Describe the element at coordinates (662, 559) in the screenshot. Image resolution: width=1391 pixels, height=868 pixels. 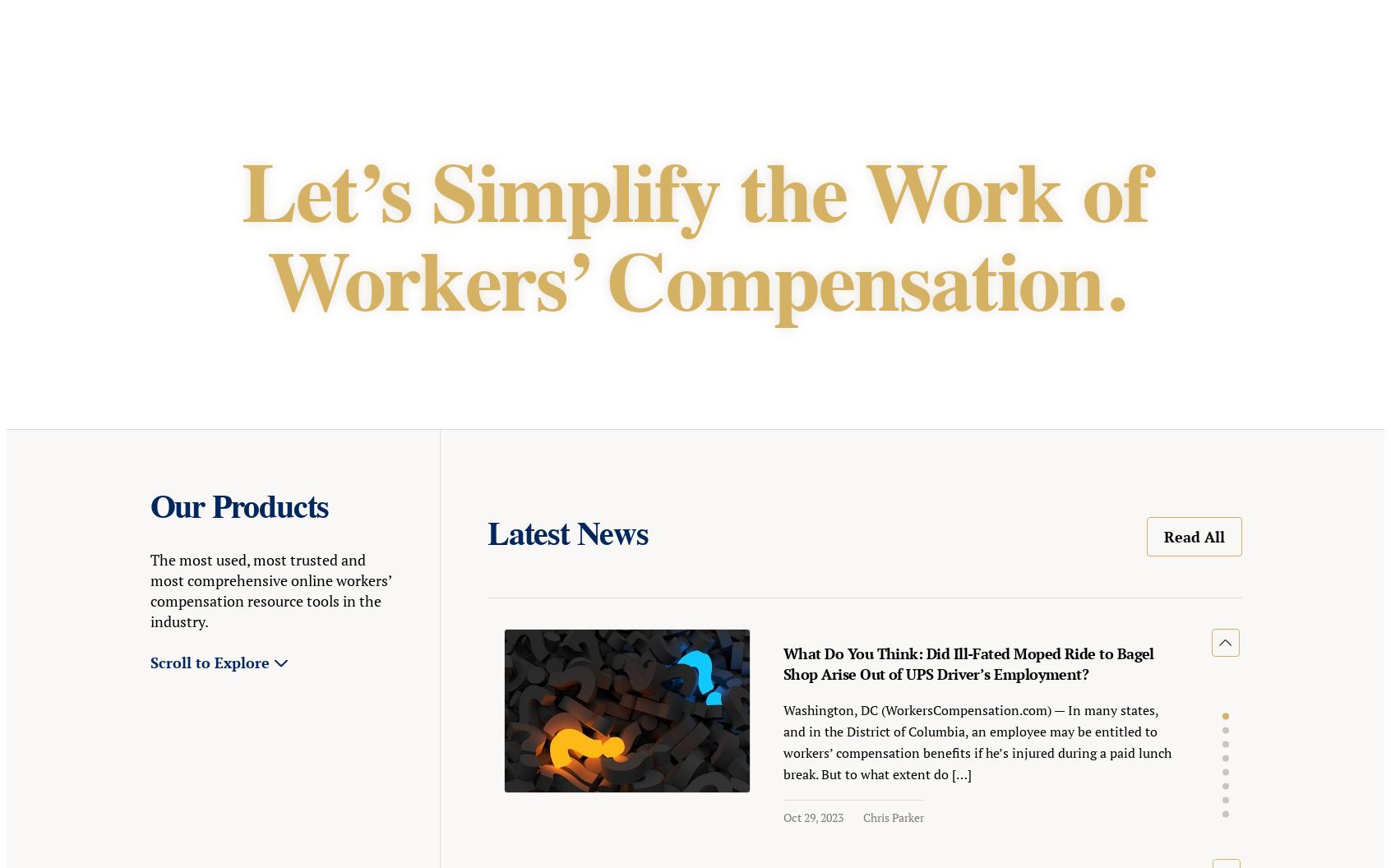
I see `'Oct 10, 2023 - Oct 10, 2023'` at that location.